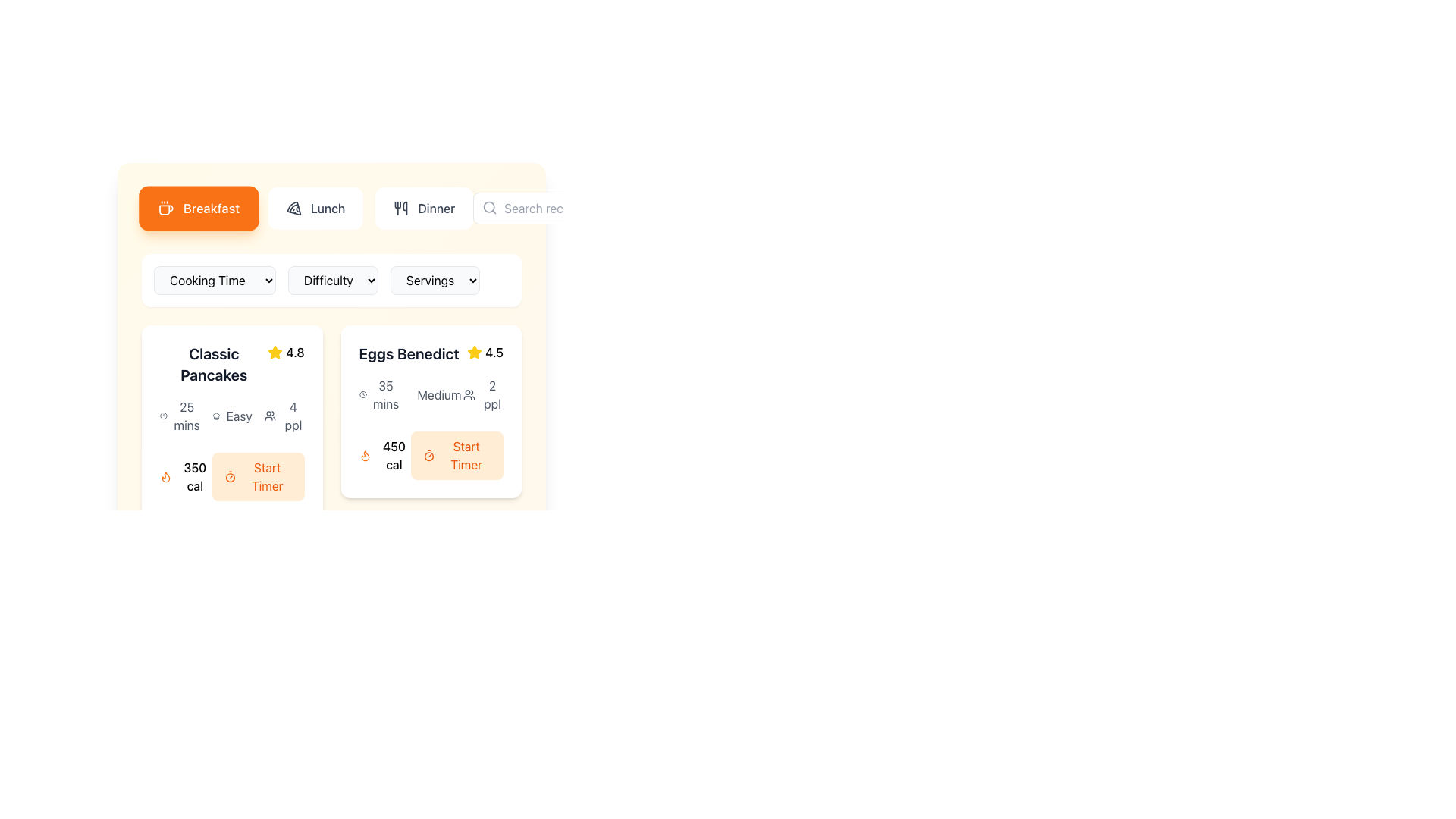 The image size is (1456, 819). What do you see at coordinates (211, 208) in the screenshot?
I see `static text label representing the 'Breakfast' category in the menu located in the top-left section of the interface` at bounding box center [211, 208].